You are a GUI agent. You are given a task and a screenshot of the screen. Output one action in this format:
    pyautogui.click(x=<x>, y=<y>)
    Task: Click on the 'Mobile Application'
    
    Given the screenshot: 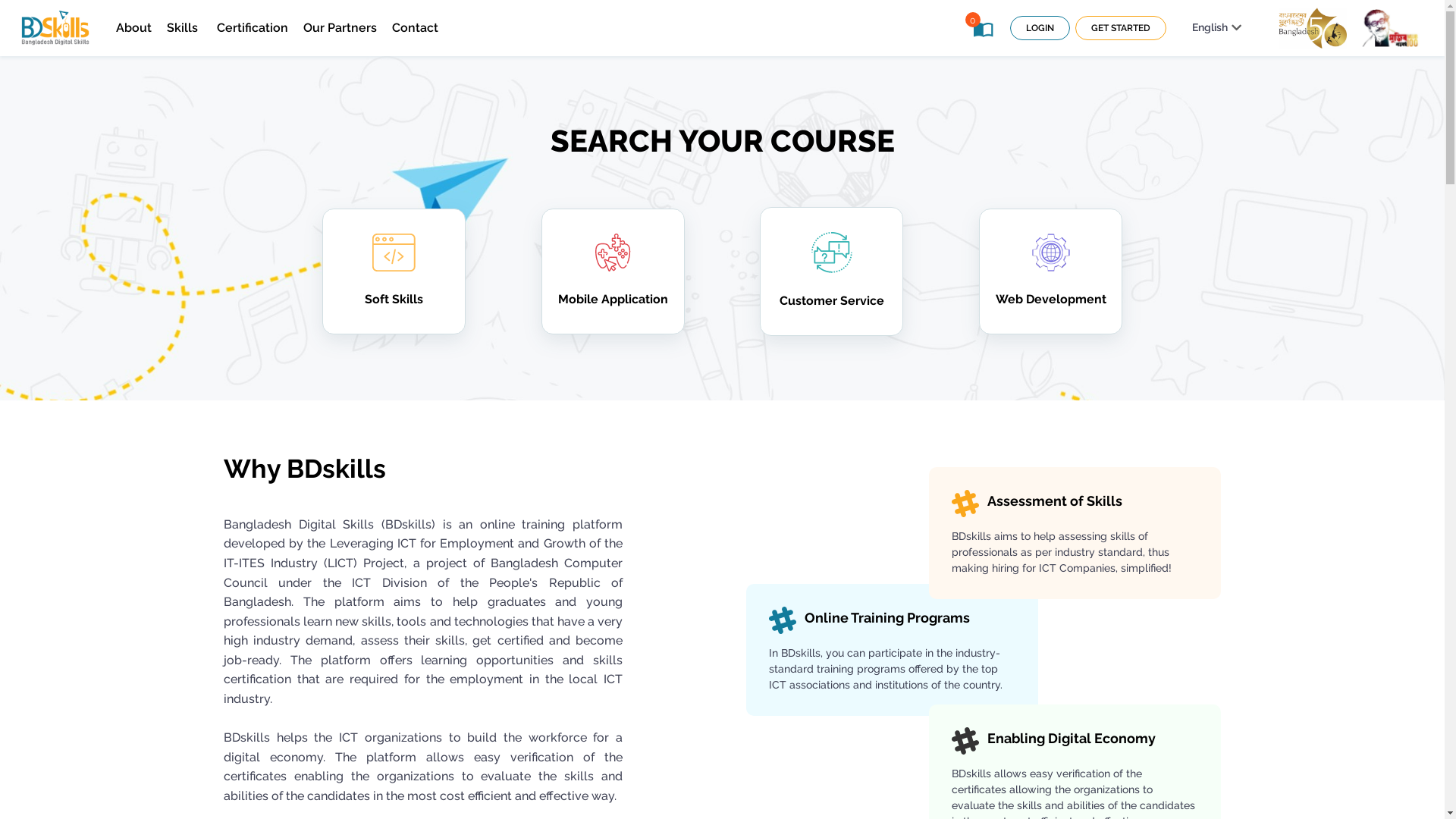 What is the action you would take?
    pyautogui.click(x=613, y=271)
    